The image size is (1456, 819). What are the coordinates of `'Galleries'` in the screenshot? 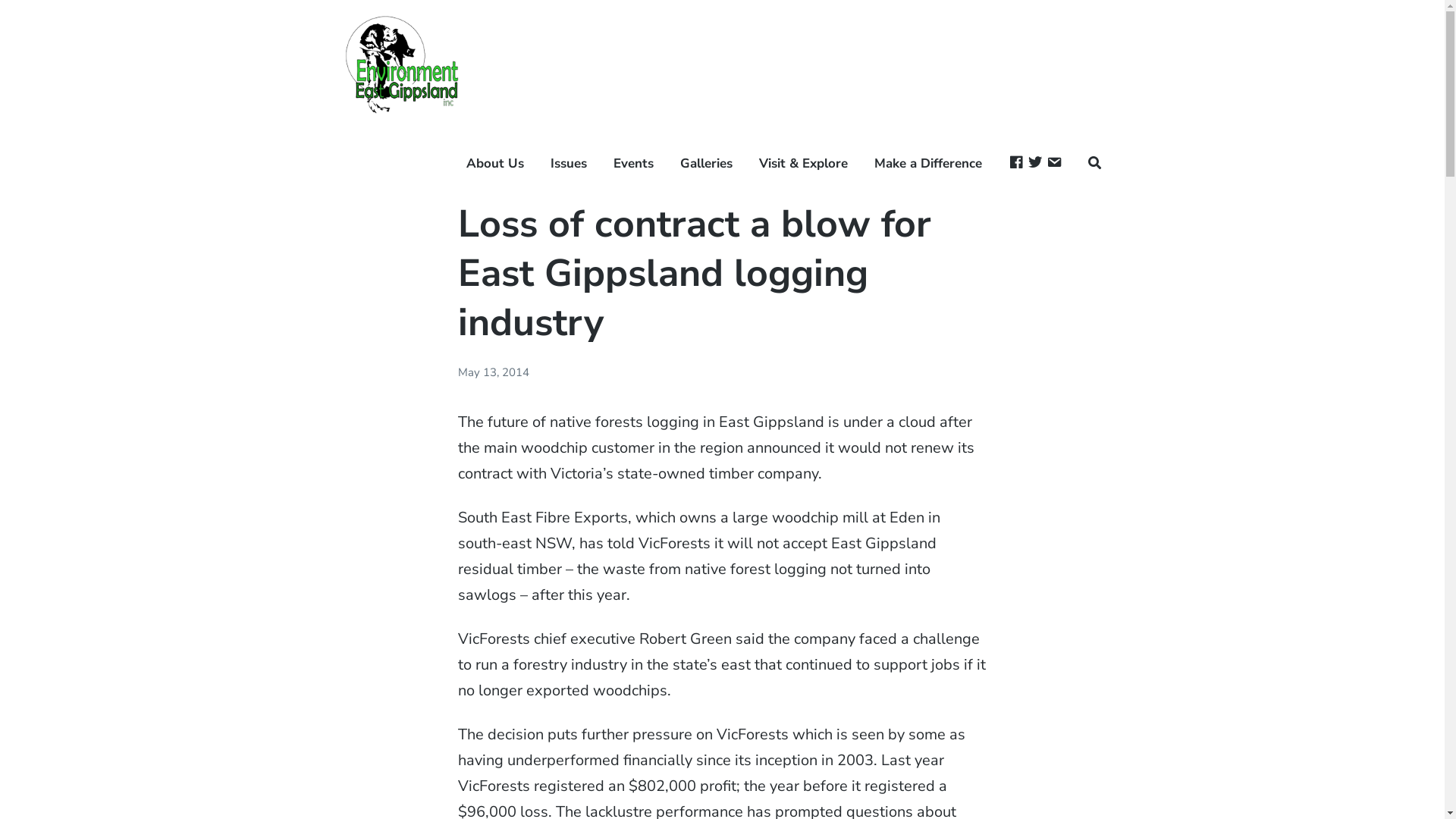 It's located at (705, 164).